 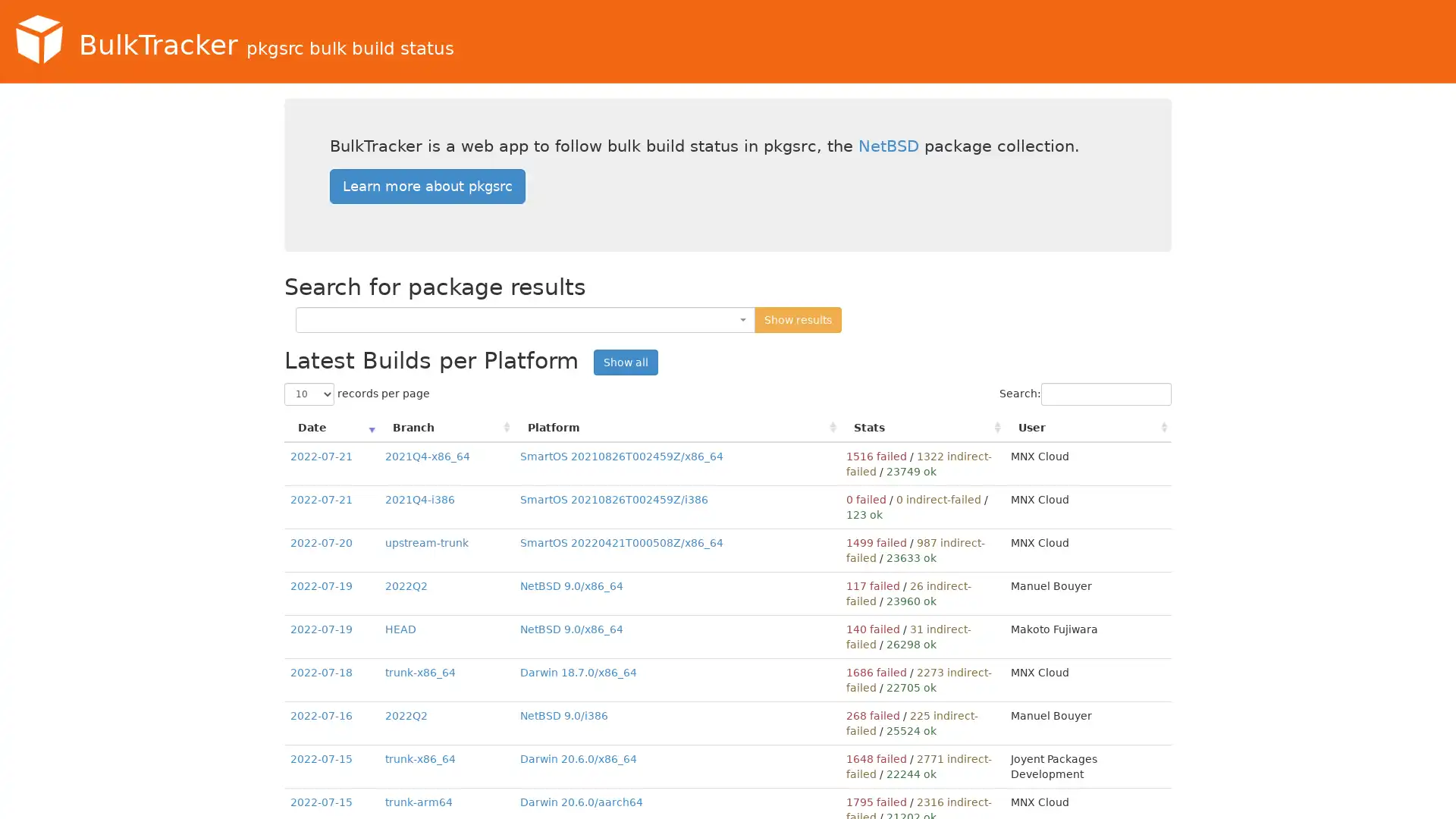 What do you see at coordinates (427, 185) in the screenshot?
I see `Learn more about pkgsrc` at bounding box center [427, 185].